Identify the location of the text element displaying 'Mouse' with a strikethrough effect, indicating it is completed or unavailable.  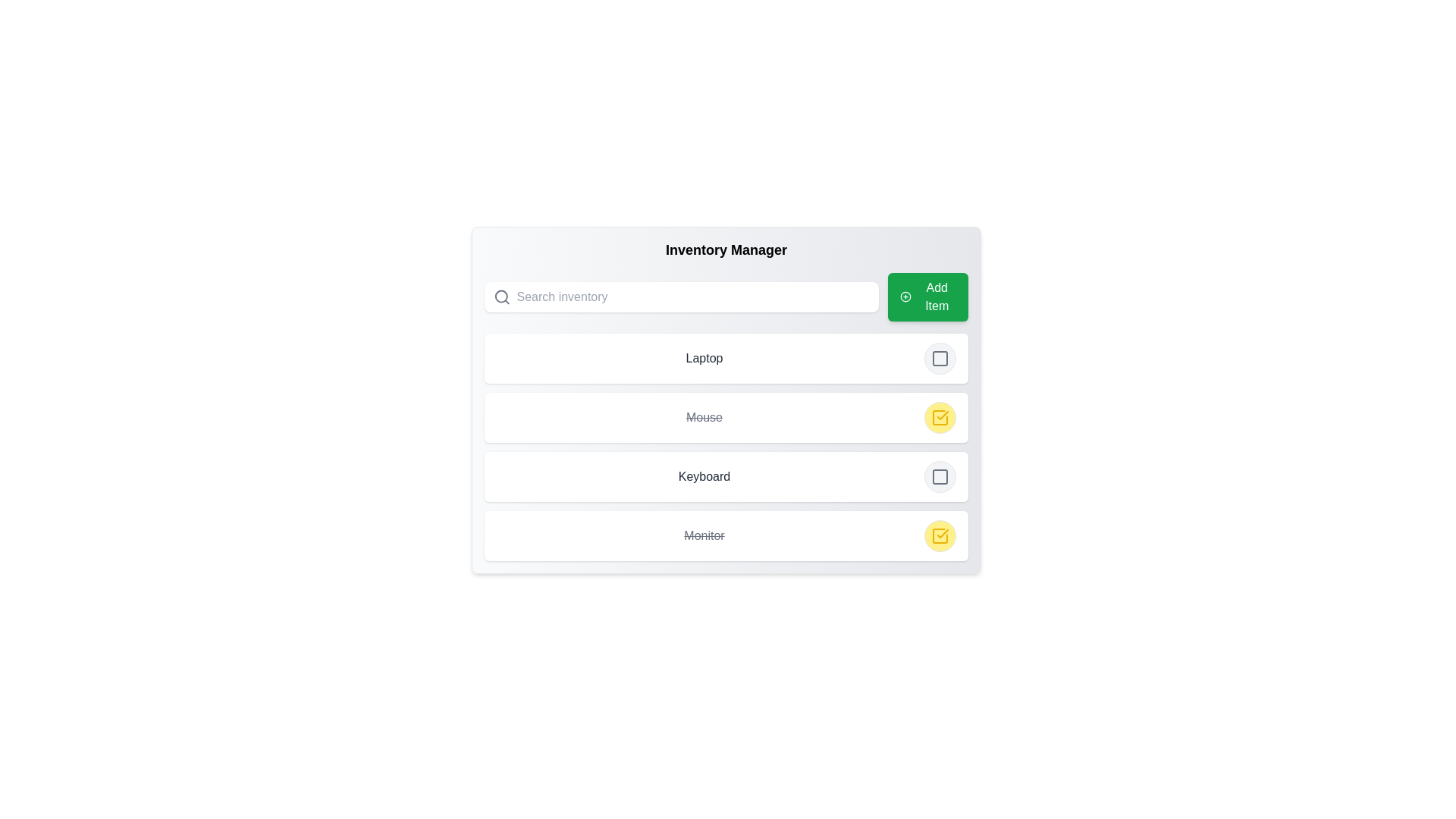
(704, 418).